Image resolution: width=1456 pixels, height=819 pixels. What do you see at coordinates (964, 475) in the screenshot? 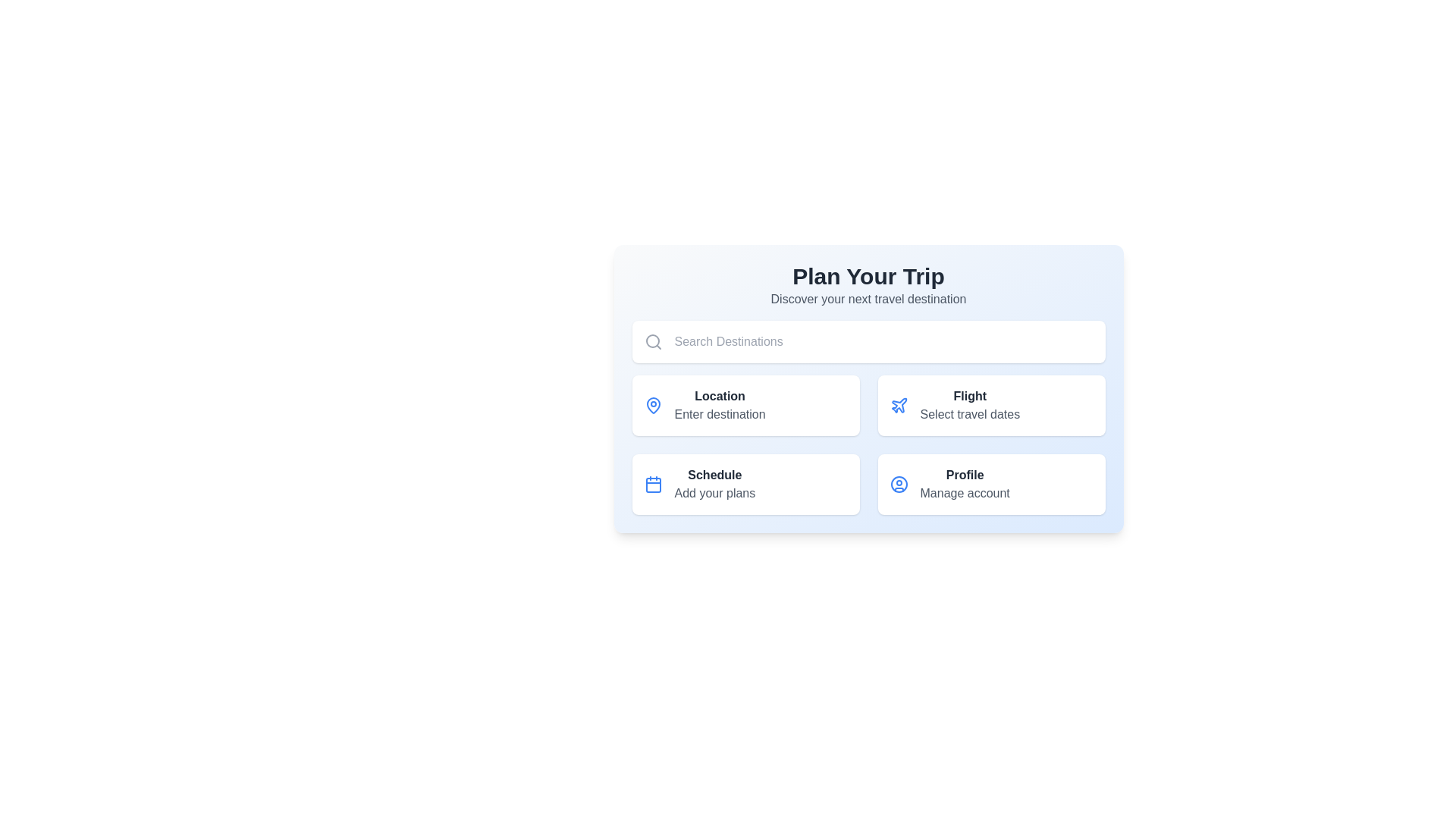
I see `the Text label that indicates the user's profile information or settings, positioned above the 'Manage account' text in the lower right quadrant of the main interface` at bounding box center [964, 475].